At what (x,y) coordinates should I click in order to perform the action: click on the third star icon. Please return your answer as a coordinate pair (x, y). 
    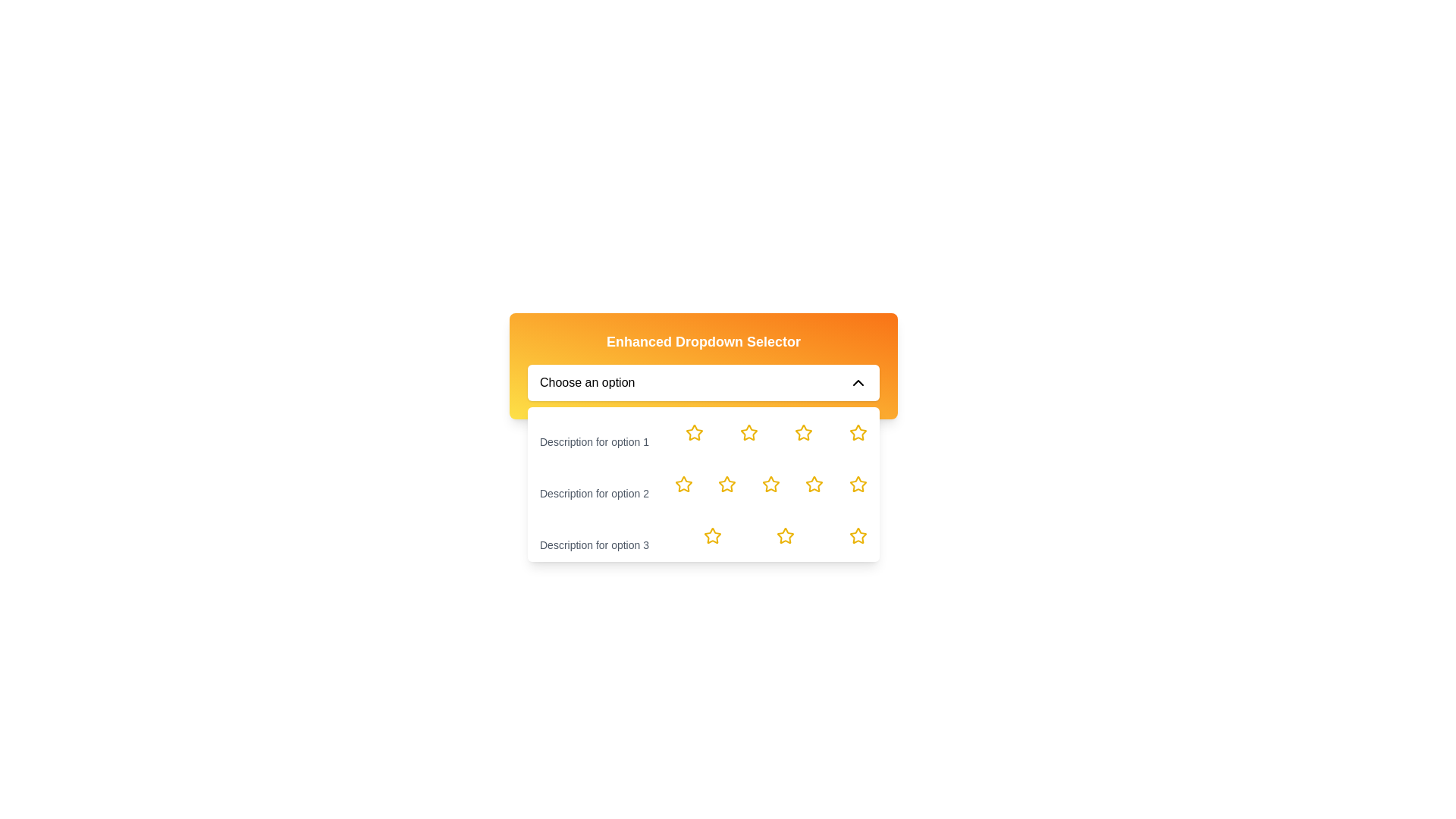
    Looking at the image, I should click on (726, 484).